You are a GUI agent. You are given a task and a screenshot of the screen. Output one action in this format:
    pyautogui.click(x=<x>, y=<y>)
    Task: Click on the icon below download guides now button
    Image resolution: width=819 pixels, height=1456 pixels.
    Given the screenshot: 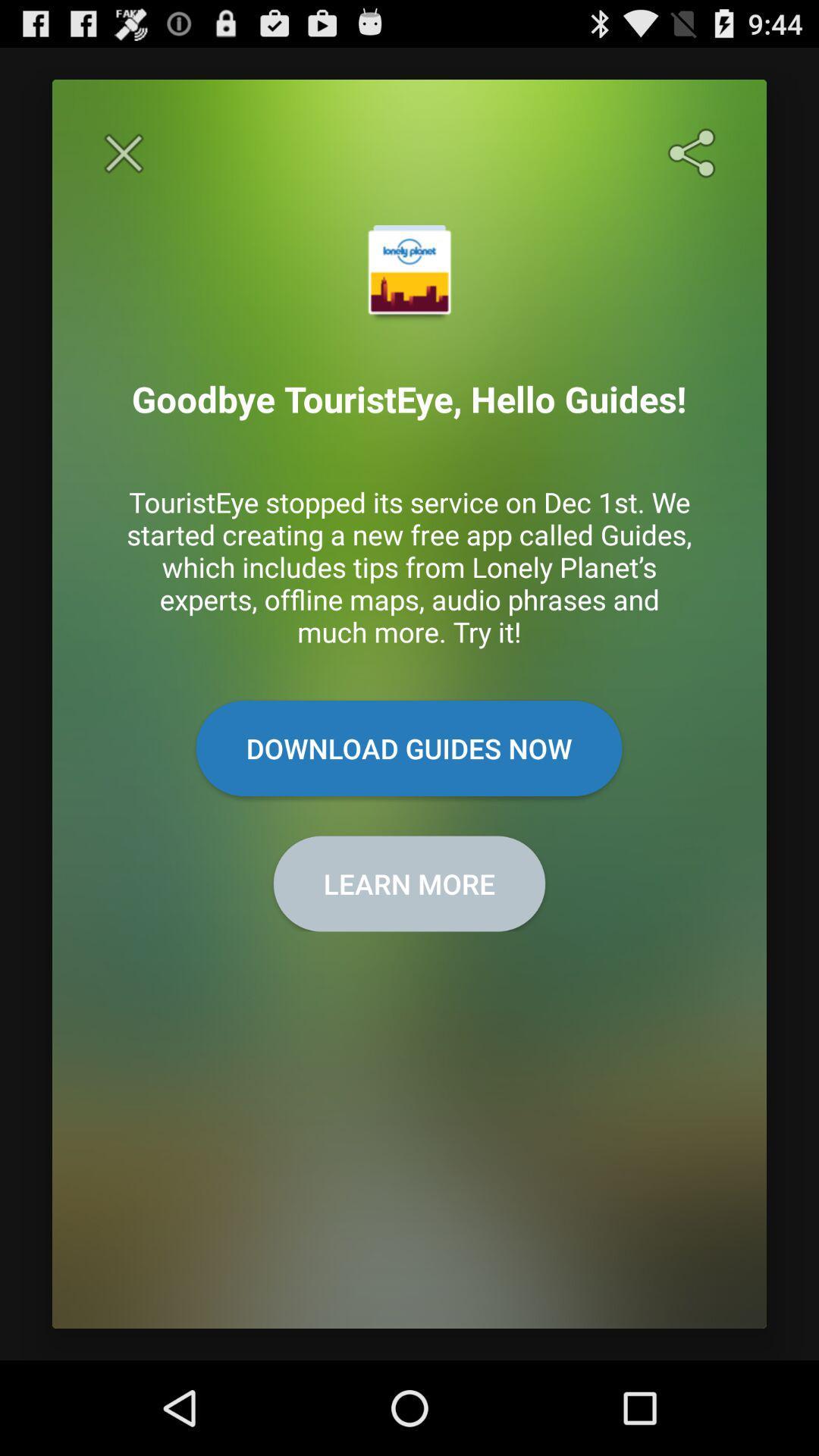 What is the action you would take?
    pyautogui.click(x=409, y=883)
    